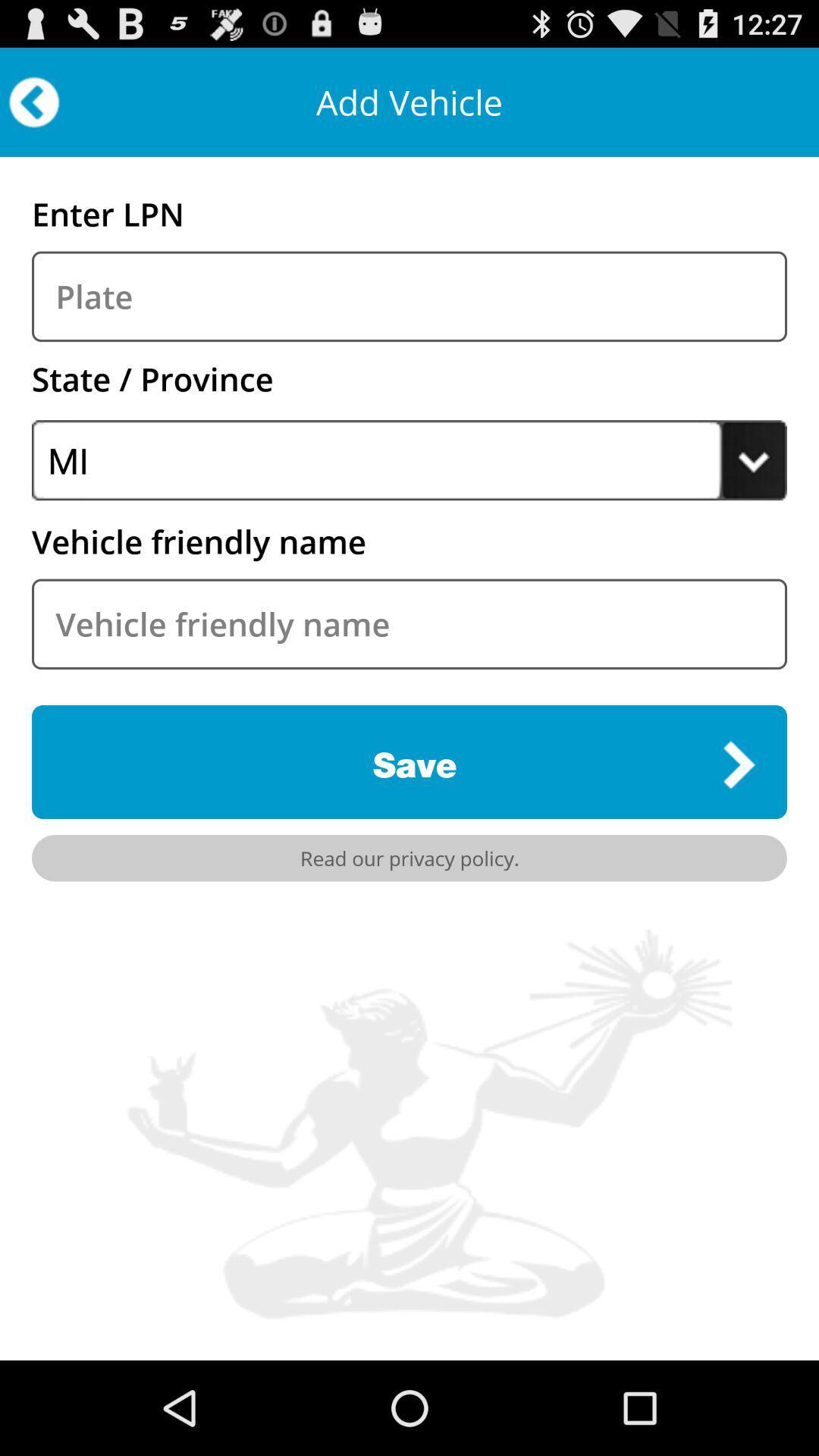 The width and height of the screenshot is (819, 1456). I want to click on the plate box, so click(409, 297).